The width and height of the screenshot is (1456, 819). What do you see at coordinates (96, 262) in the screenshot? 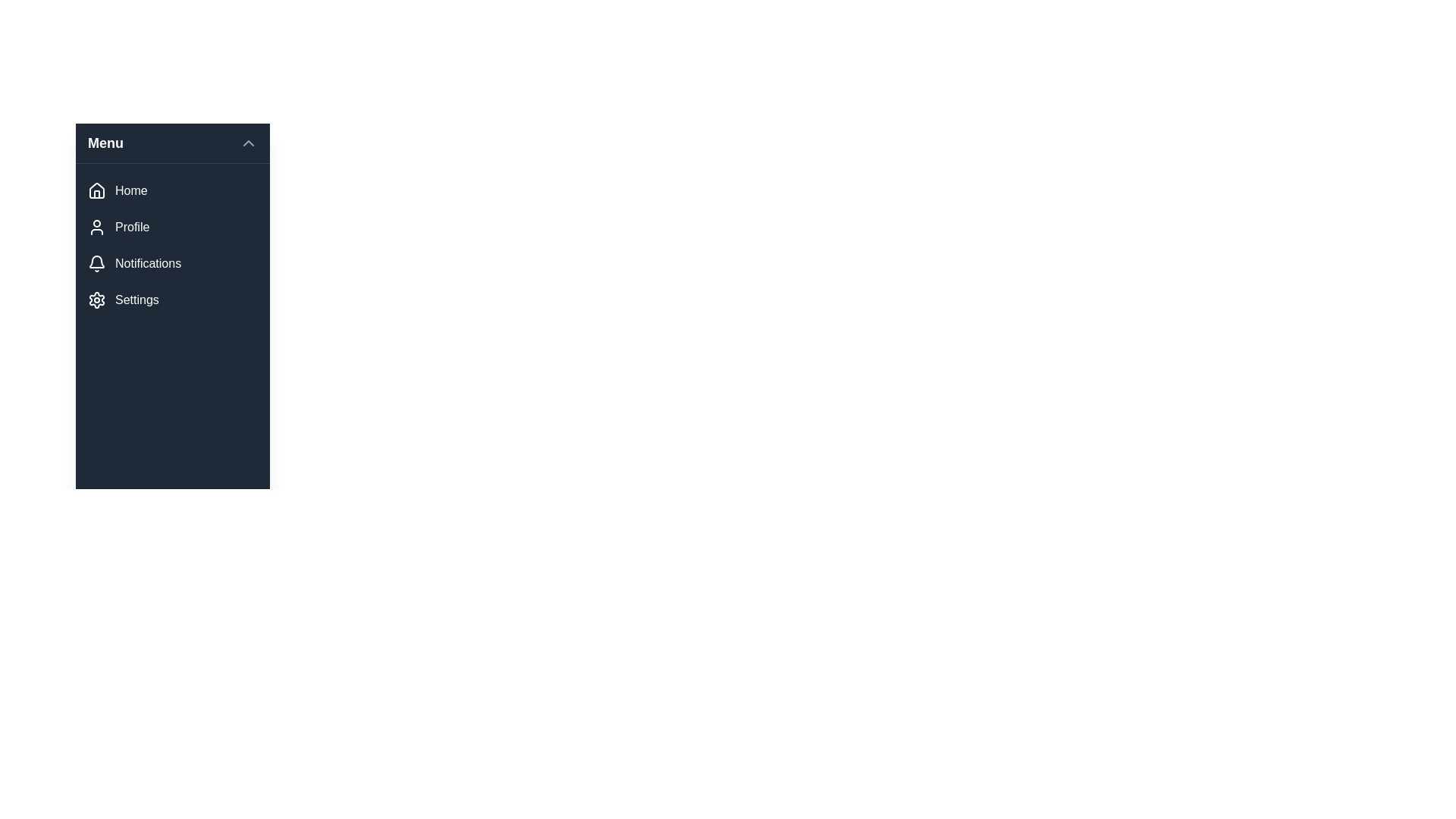
I see `the bell icon representing notifications located in the left sidebar menu under the 'Notifications' option` at bounding box center [96, 262].